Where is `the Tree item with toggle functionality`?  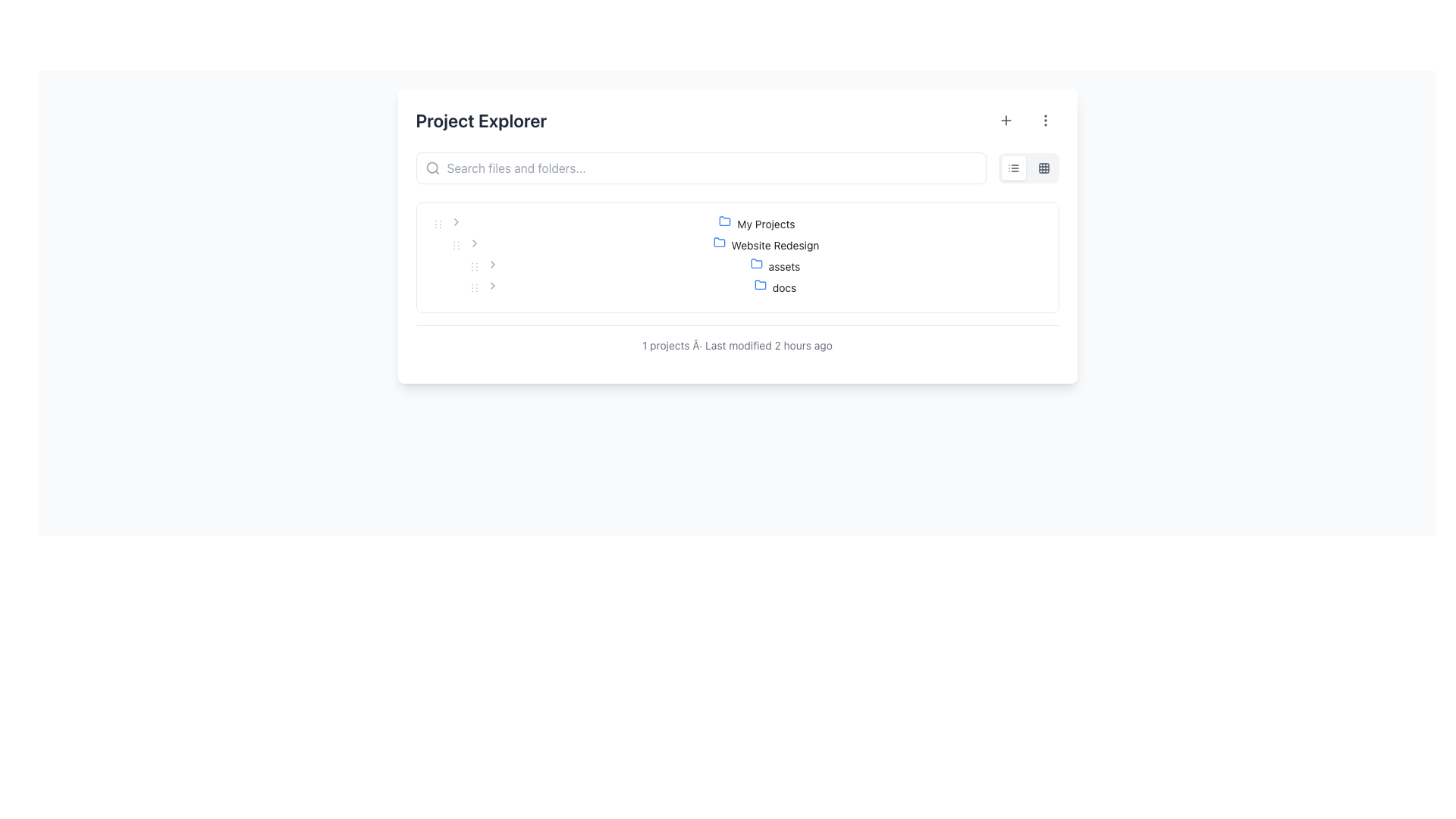 the Tree item with toggle functionality is located at coordinates (737, 224).